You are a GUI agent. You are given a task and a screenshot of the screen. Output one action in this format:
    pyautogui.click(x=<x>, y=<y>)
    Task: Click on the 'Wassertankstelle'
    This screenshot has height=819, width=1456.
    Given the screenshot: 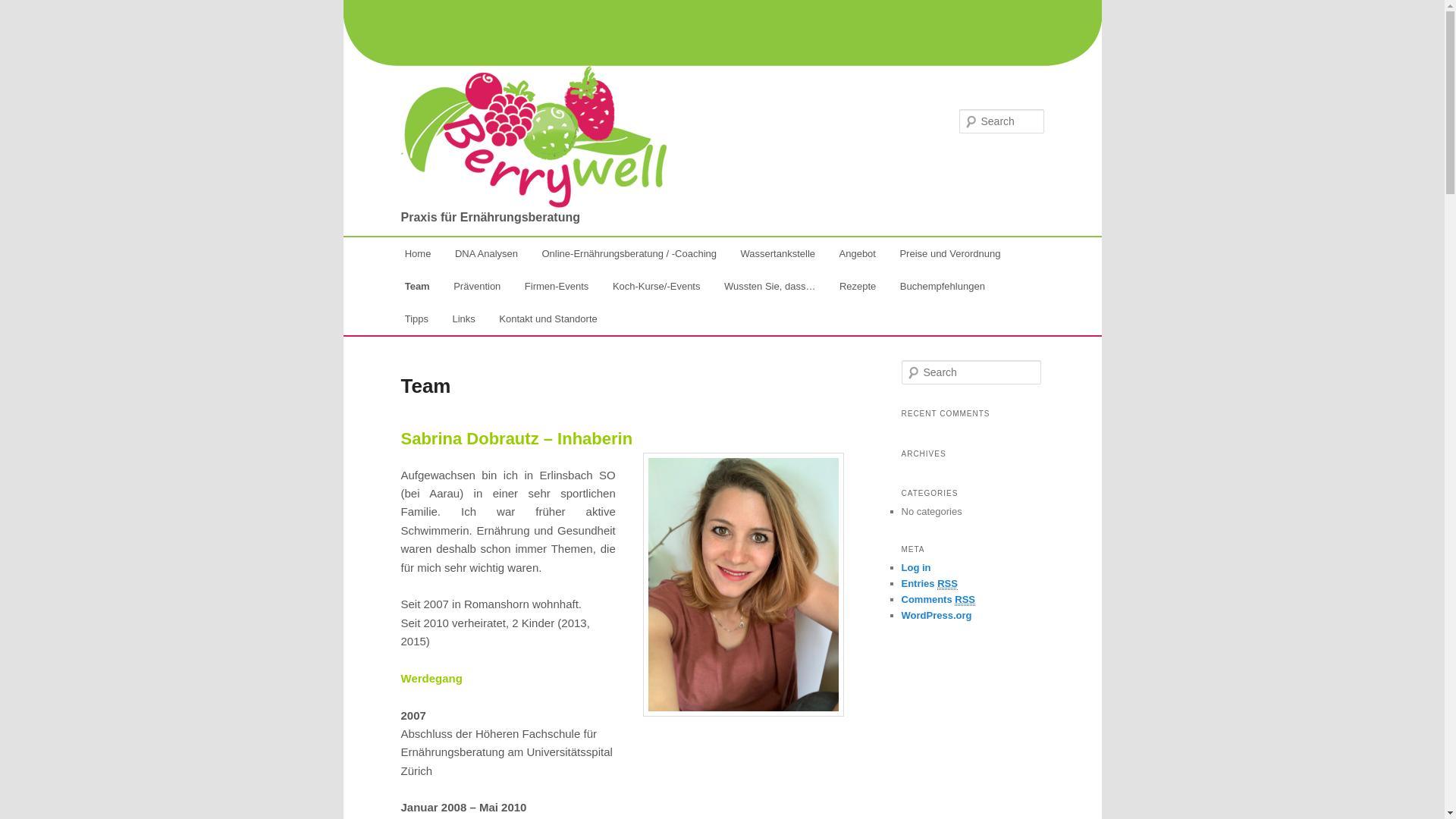 What is the action you would take?
    pyautogui.click(x=778, y=252)
    